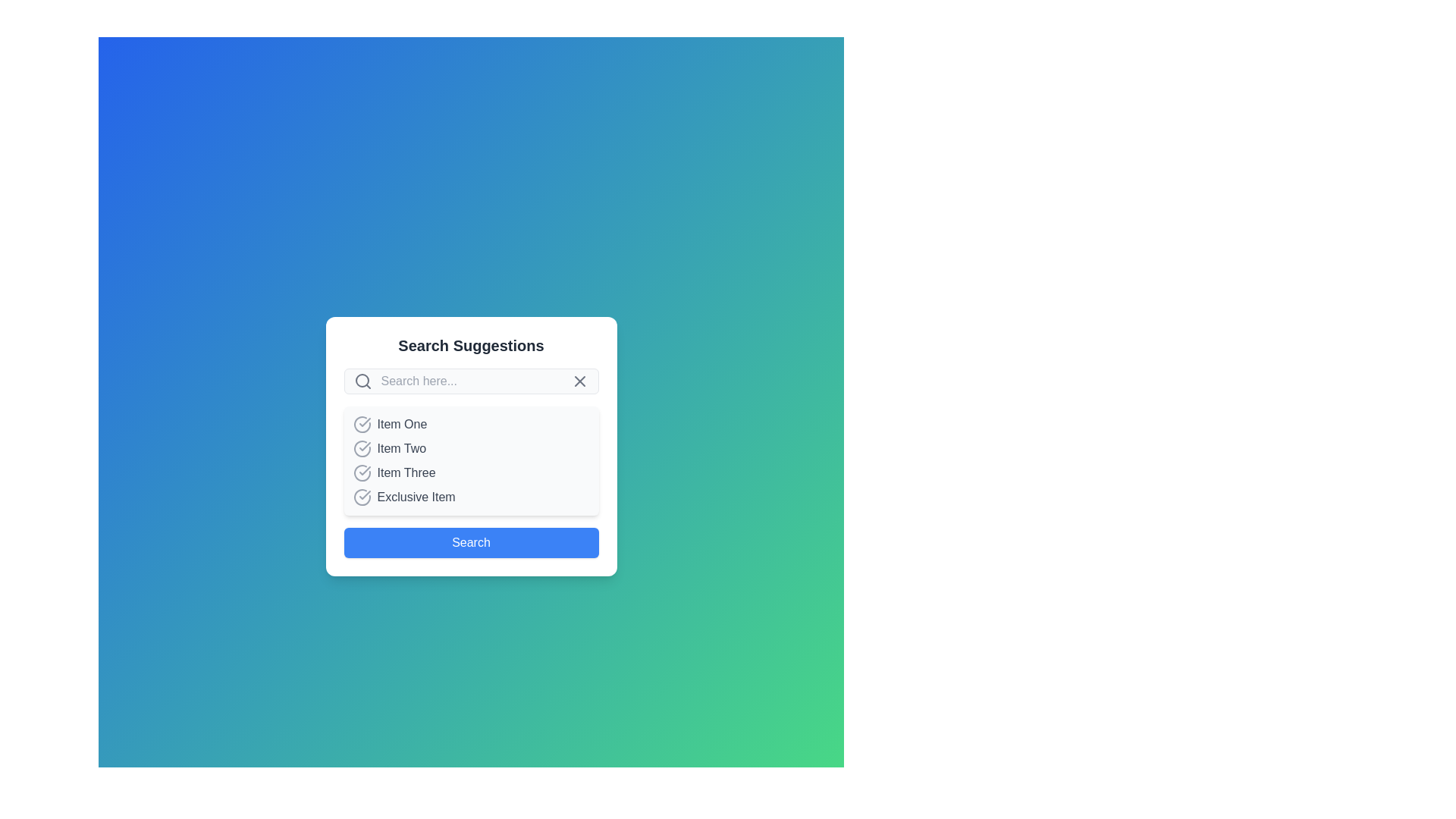 The width and height of the screenshot is (1456, 819). What do you see at coordinates (361, 472) in the screenshot?
I see `the circular icon-based checkbox with a checkmark located to the left of the text 'Item Three' in the third row of the list in the modal window` at bounding box center [361, 472].